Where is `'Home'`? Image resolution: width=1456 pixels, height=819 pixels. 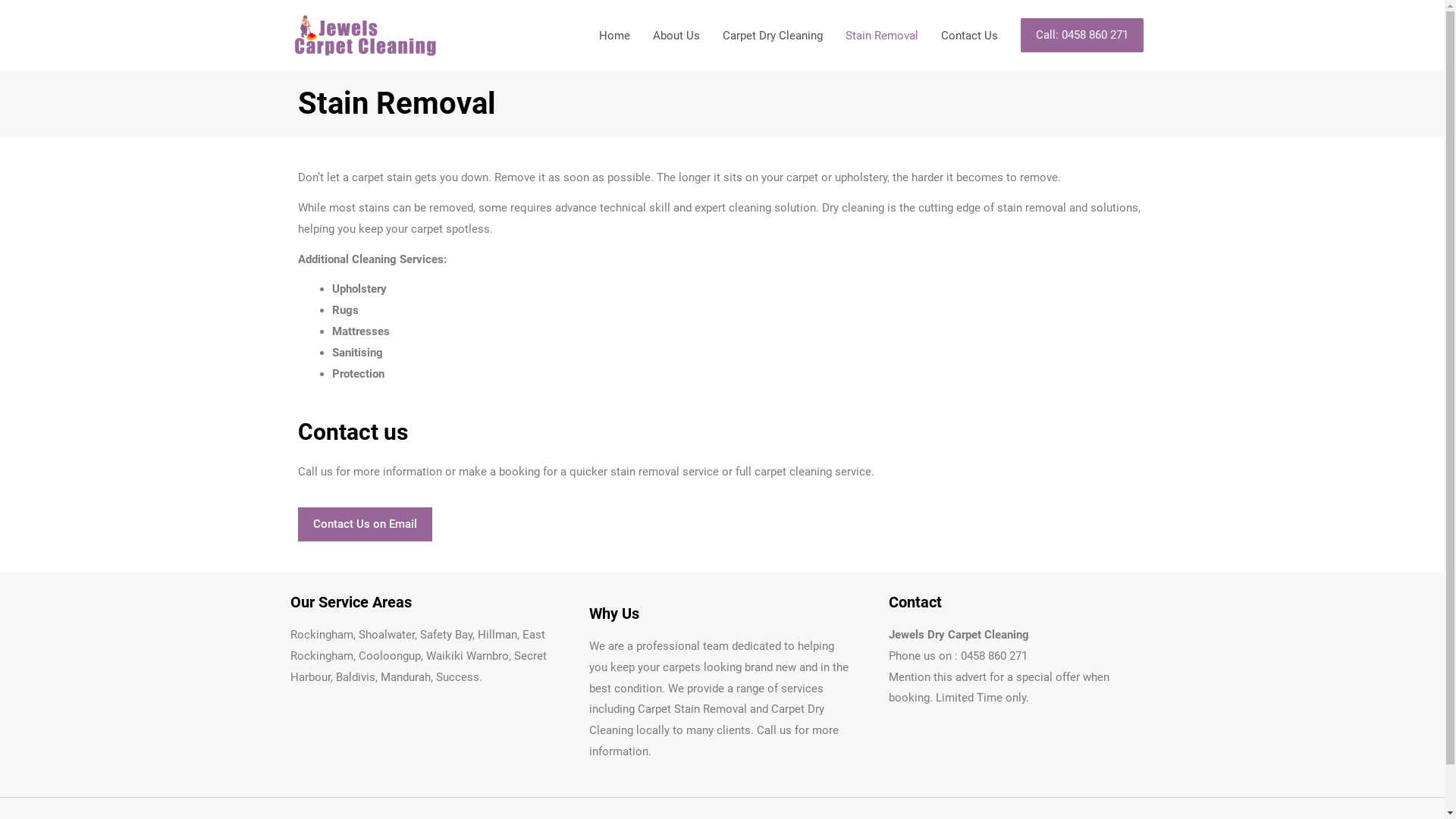
'Home' is located at coordinates (585, 34).